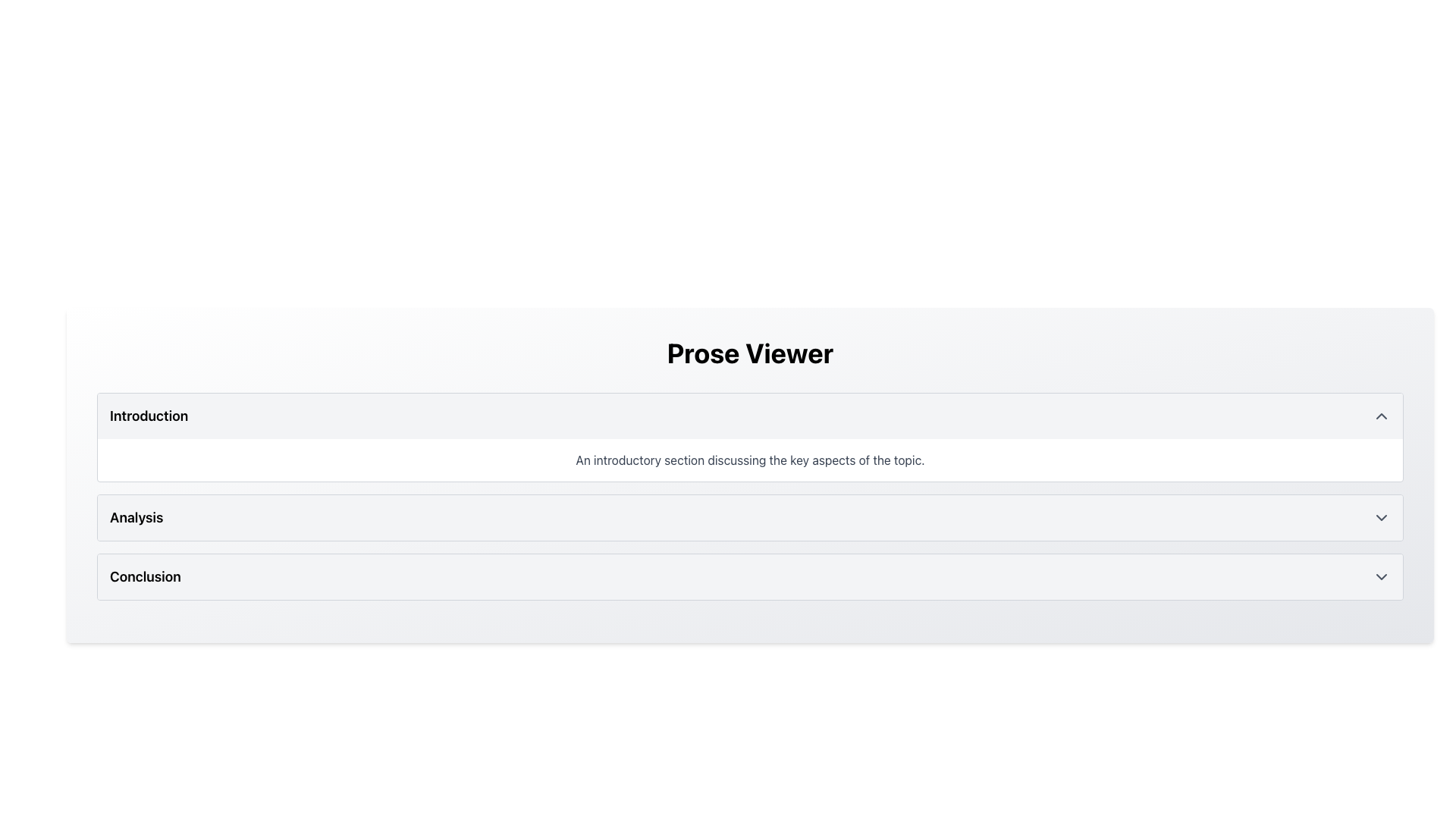  I want to click on the chevron icon that indicates the expand or collapse state of the 'Conclusion' section, so click(1382, 576).